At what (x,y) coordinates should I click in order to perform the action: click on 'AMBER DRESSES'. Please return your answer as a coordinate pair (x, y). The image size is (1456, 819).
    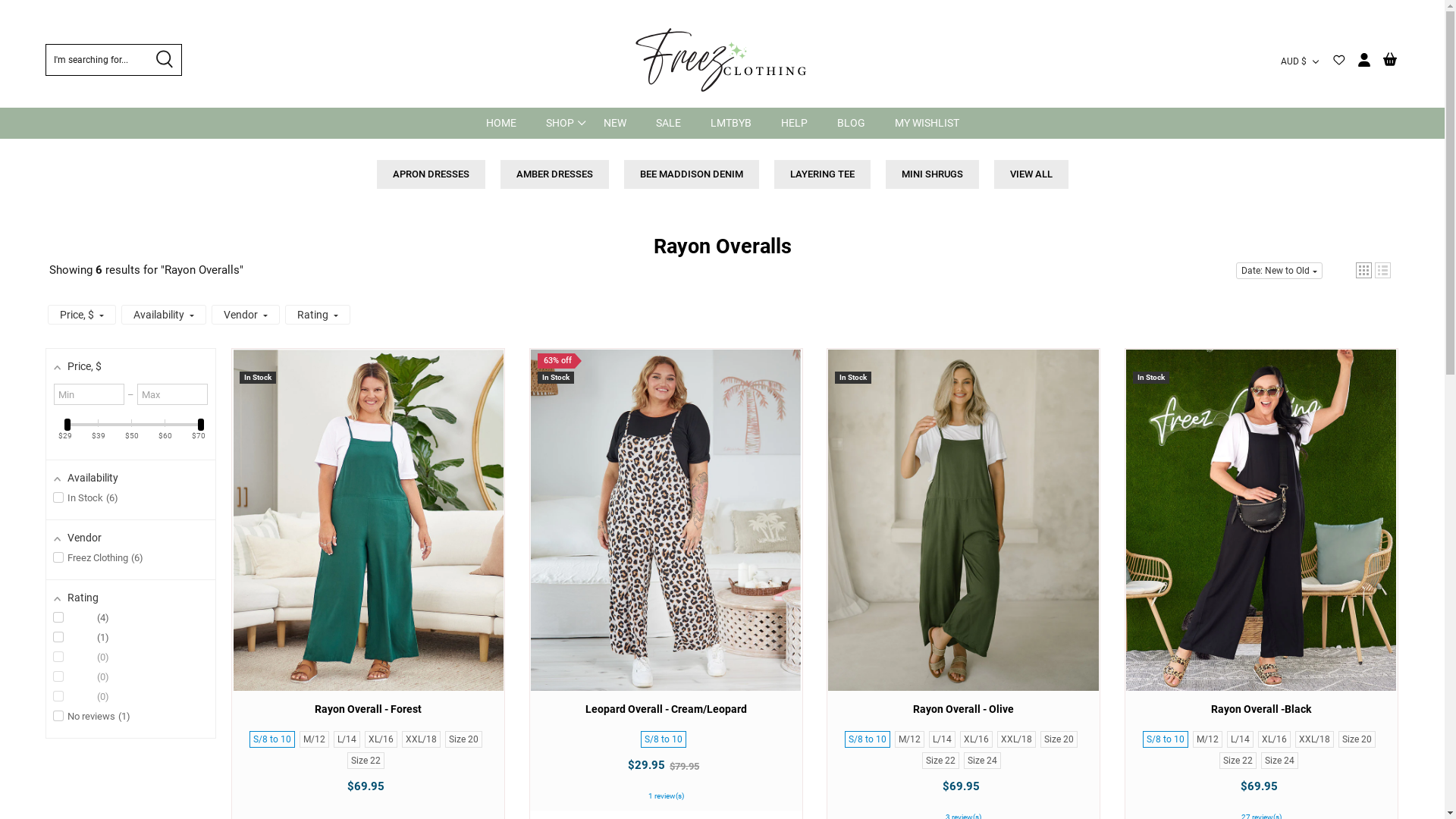
    Looking at the image, I should click on (554, 174).